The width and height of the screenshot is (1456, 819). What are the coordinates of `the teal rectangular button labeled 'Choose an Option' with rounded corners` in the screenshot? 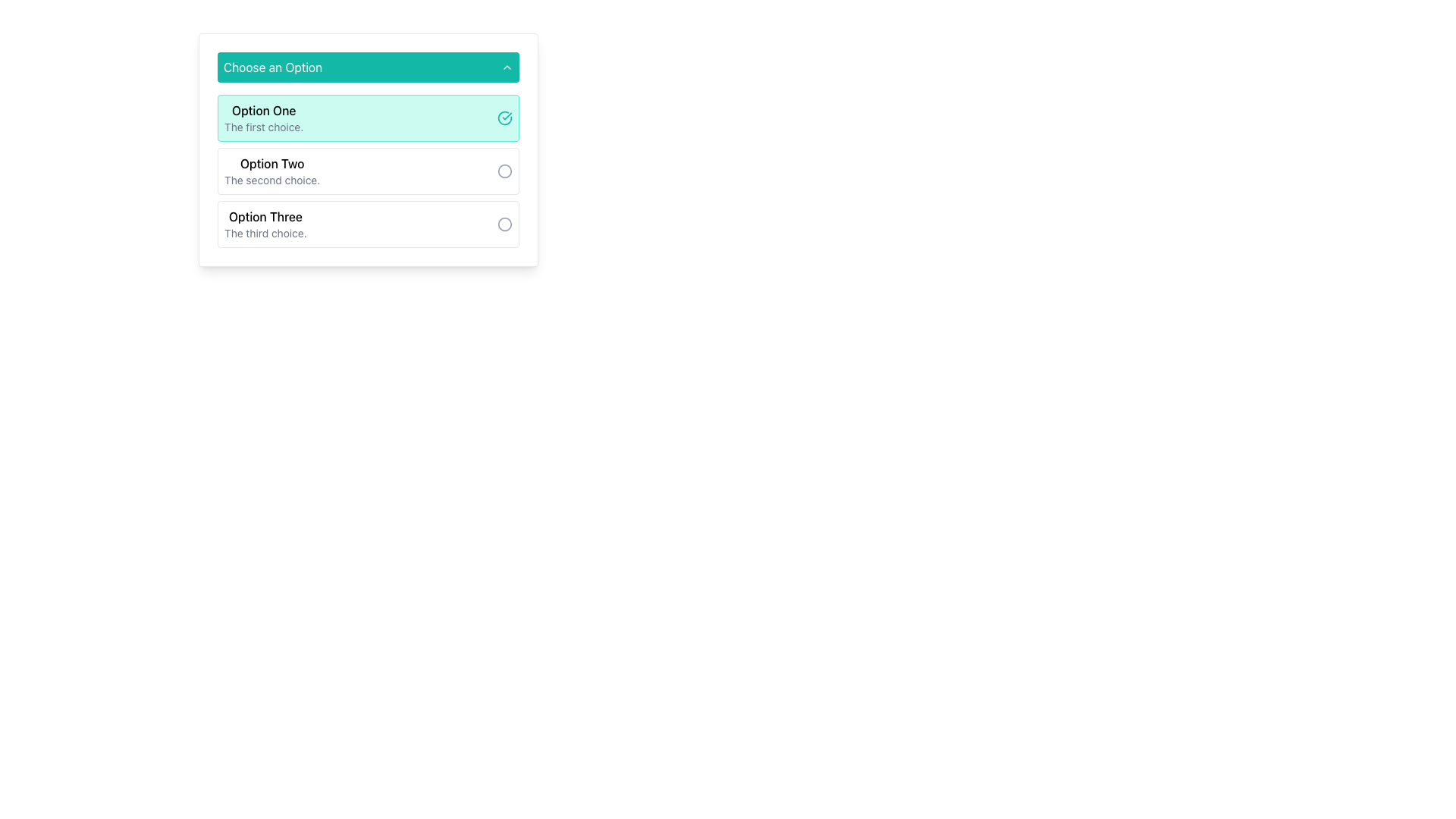 It's located at (368, 66).